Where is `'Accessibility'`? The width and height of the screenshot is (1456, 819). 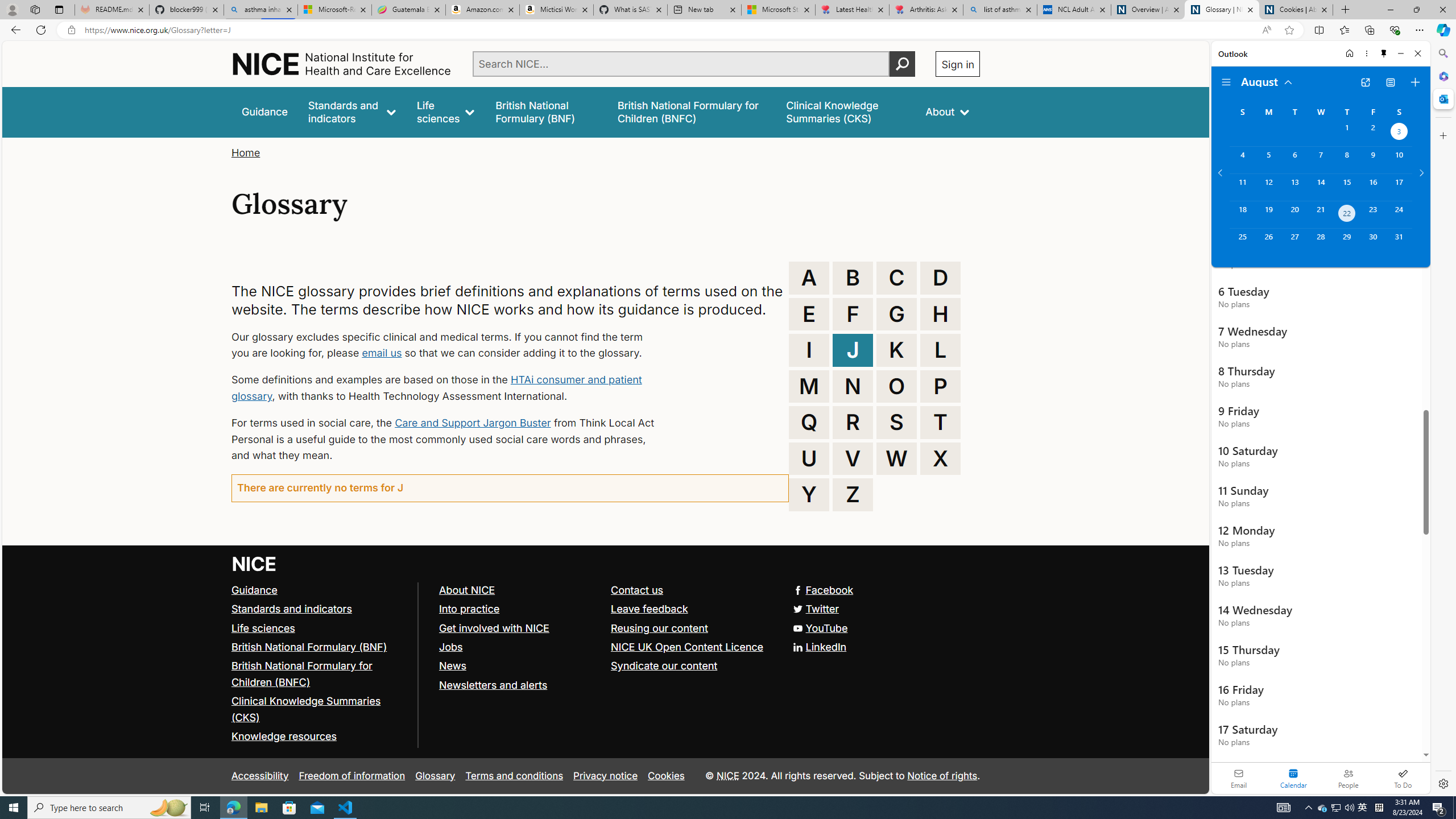 'Accessibility' is located at coordinates (259, 775).